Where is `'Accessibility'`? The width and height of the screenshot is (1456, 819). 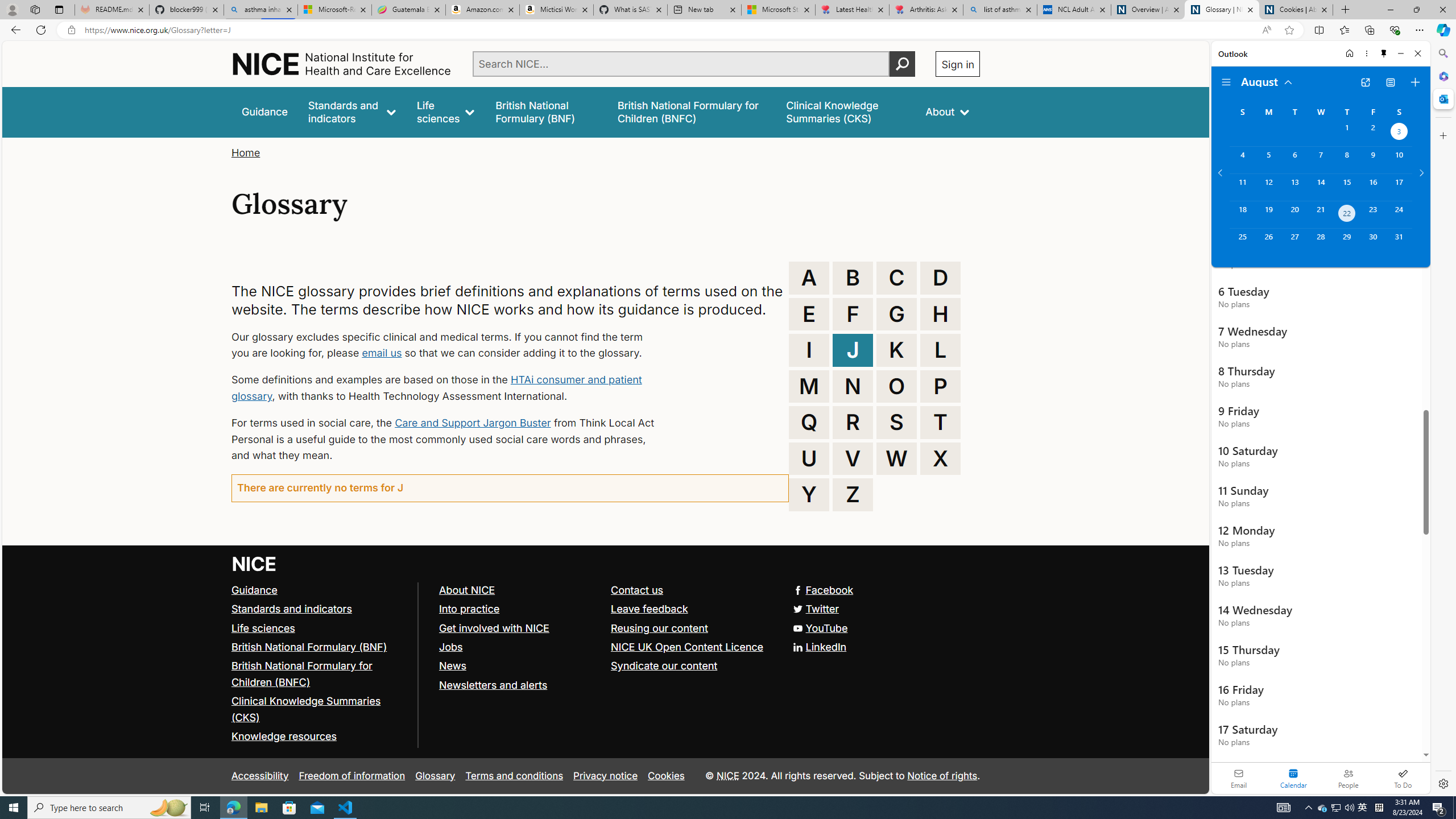 'Accessibility' is located at coordinates (259, 775).